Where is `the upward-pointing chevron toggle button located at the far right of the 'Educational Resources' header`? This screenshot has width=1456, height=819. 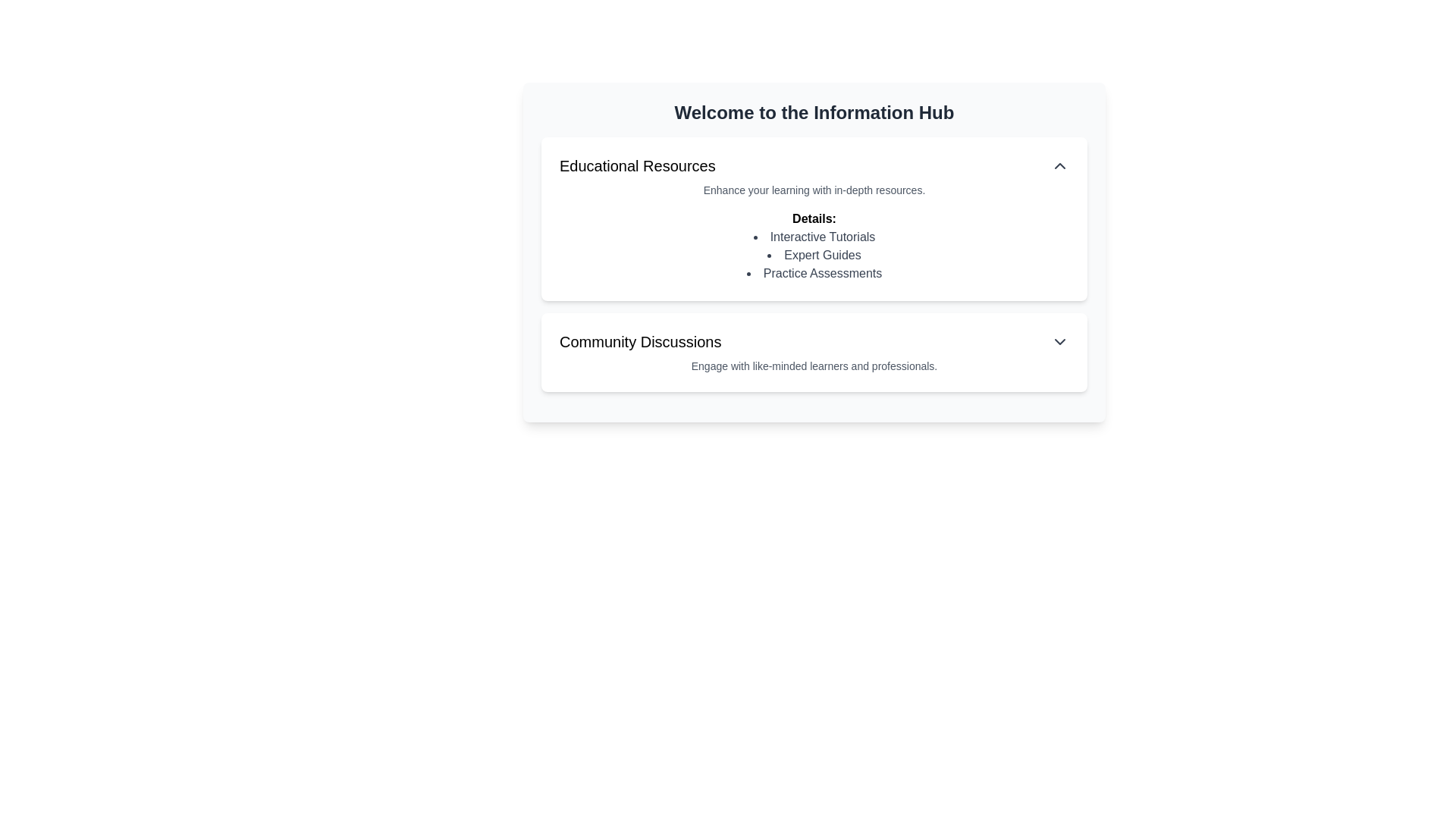
the upward-pointing chevron toggle button located at the far right of the 'Educational Resources' header is located at coordinates (1059, 166).